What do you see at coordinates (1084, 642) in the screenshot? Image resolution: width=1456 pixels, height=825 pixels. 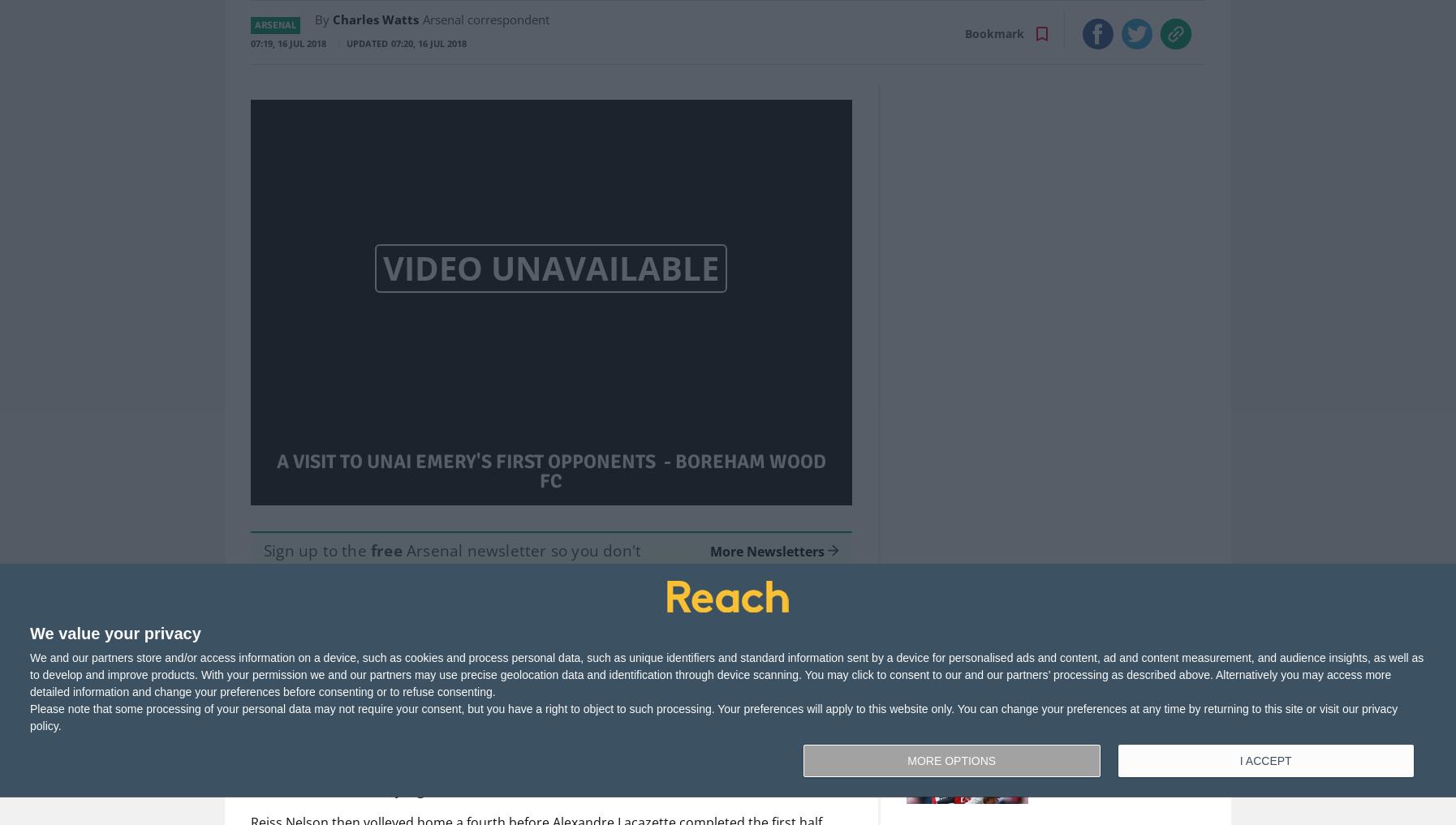 I see `'Arsenal face anxious Man City points deduction wait as timeline explained'` at bounding box center [1084, 642].